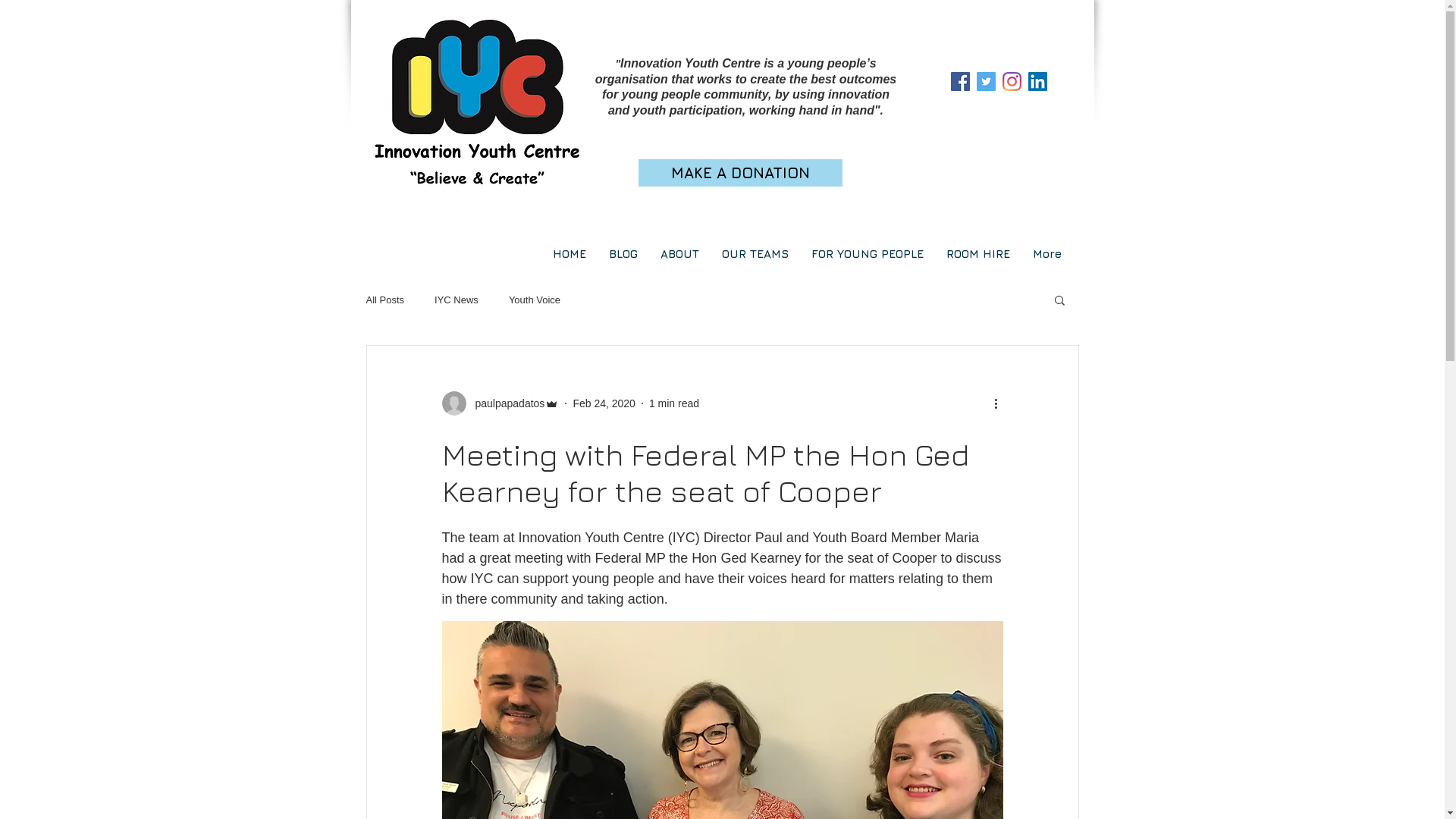 Image resolution: width=1456 pixels, height=819 pixels. What do you see at coordinates (977, 250) in the screenshot?
I see `'ROOM HIRE'` at bounding box center [977, 250].